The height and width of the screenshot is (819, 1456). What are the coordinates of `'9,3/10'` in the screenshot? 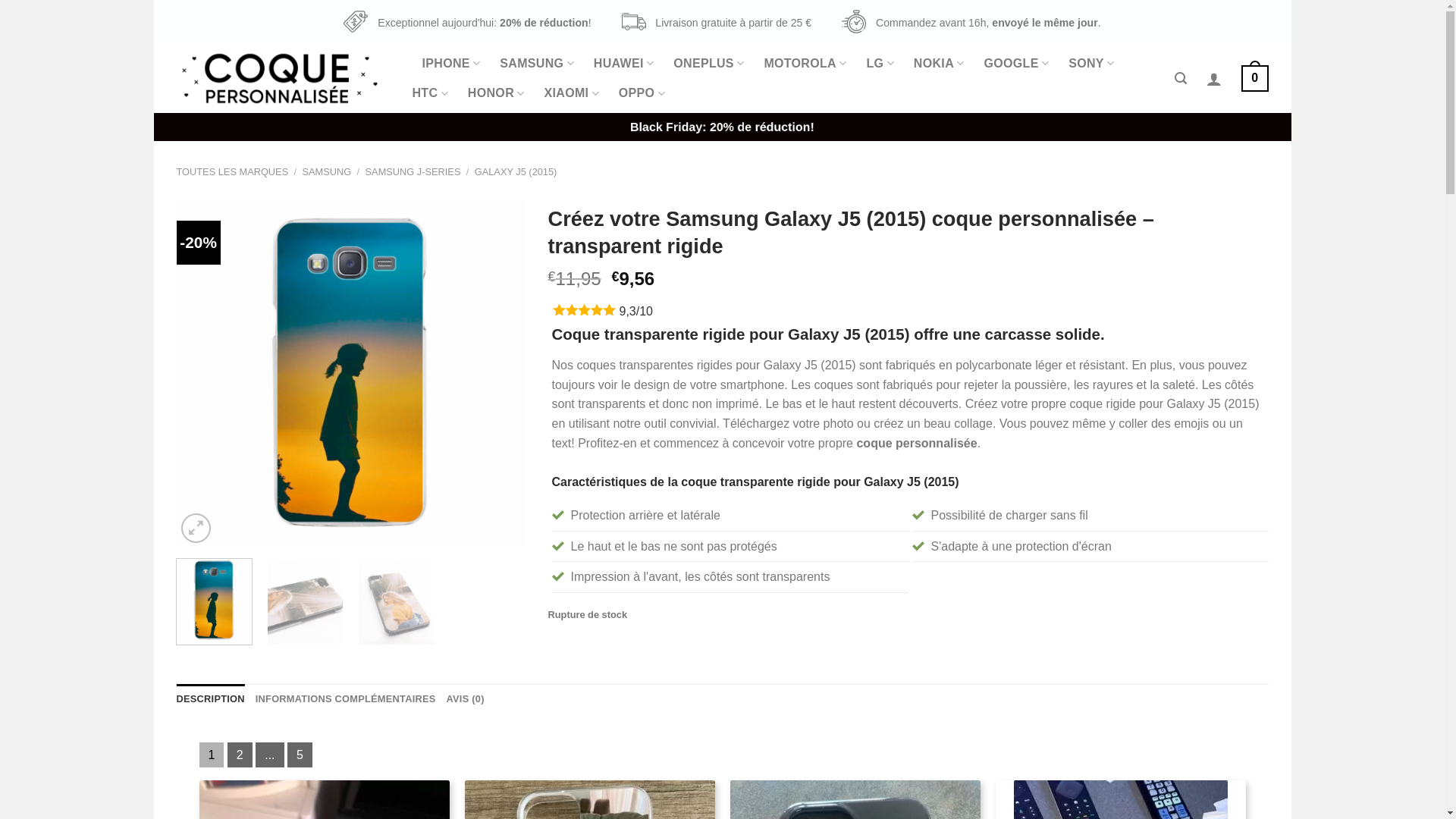 It's located at (635, 310).